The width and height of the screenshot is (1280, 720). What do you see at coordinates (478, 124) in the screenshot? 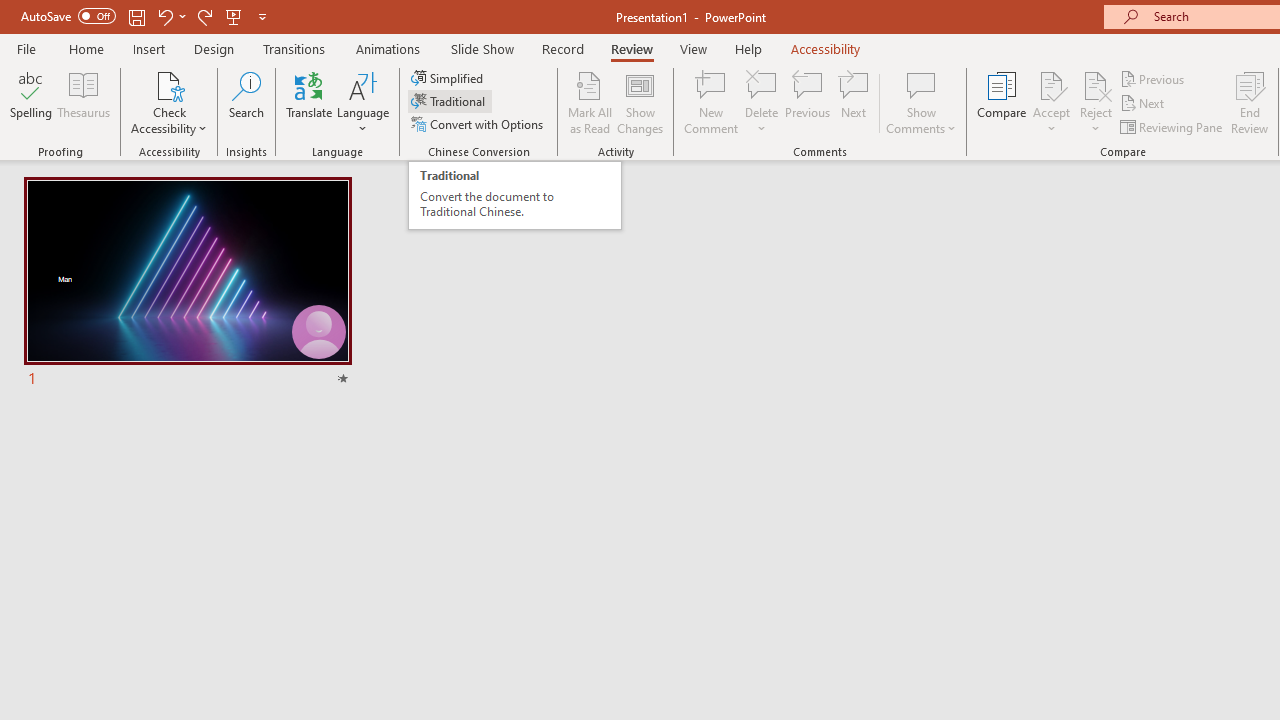
I see `'Convert with Options...'` at bounding box center [478, 124].